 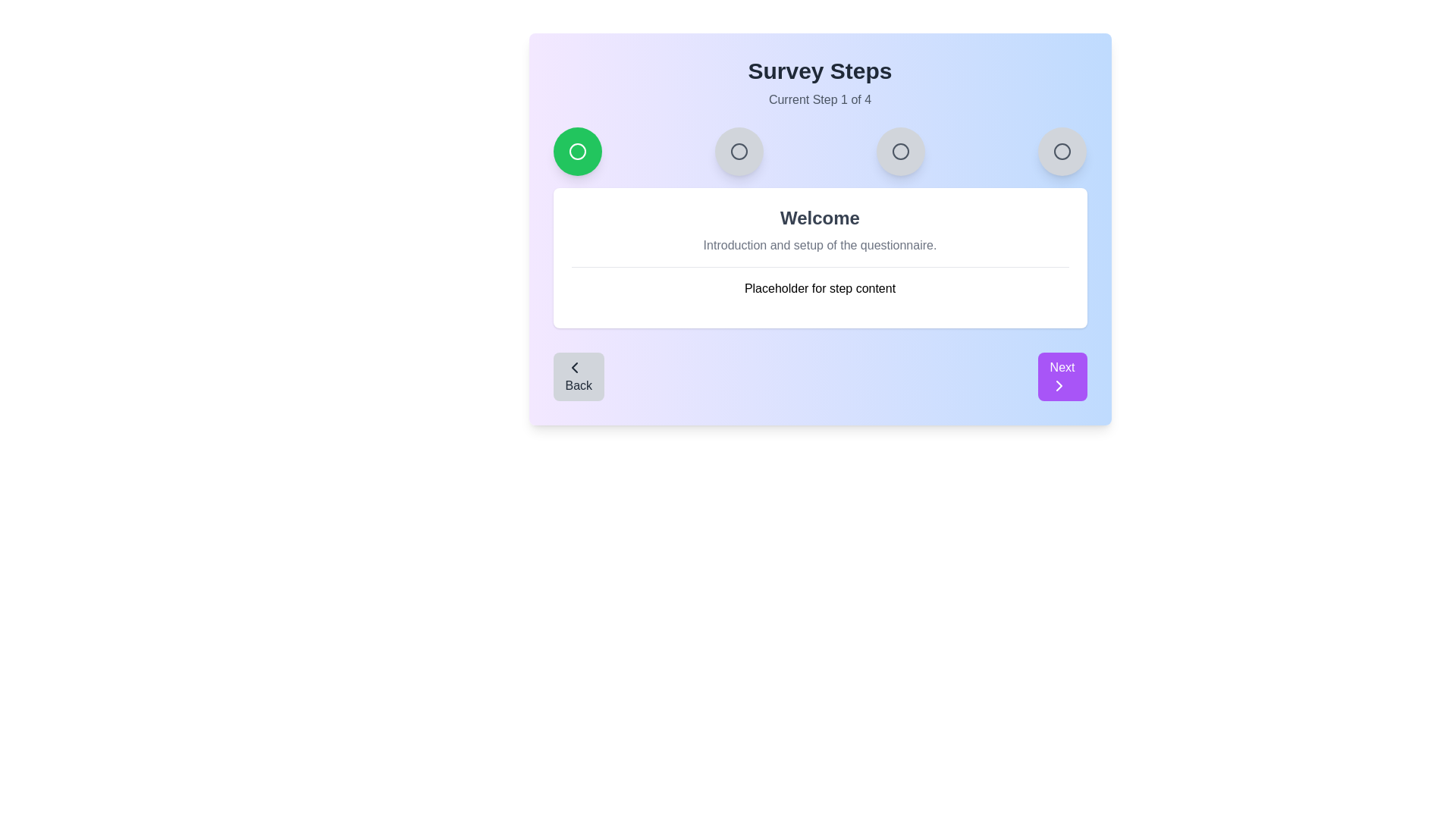 I want to click on the step progression indicator, which visually shows the current step as highlighted among four steps, located below 'Current Step 1 of 4', so click(x=819, y=152).